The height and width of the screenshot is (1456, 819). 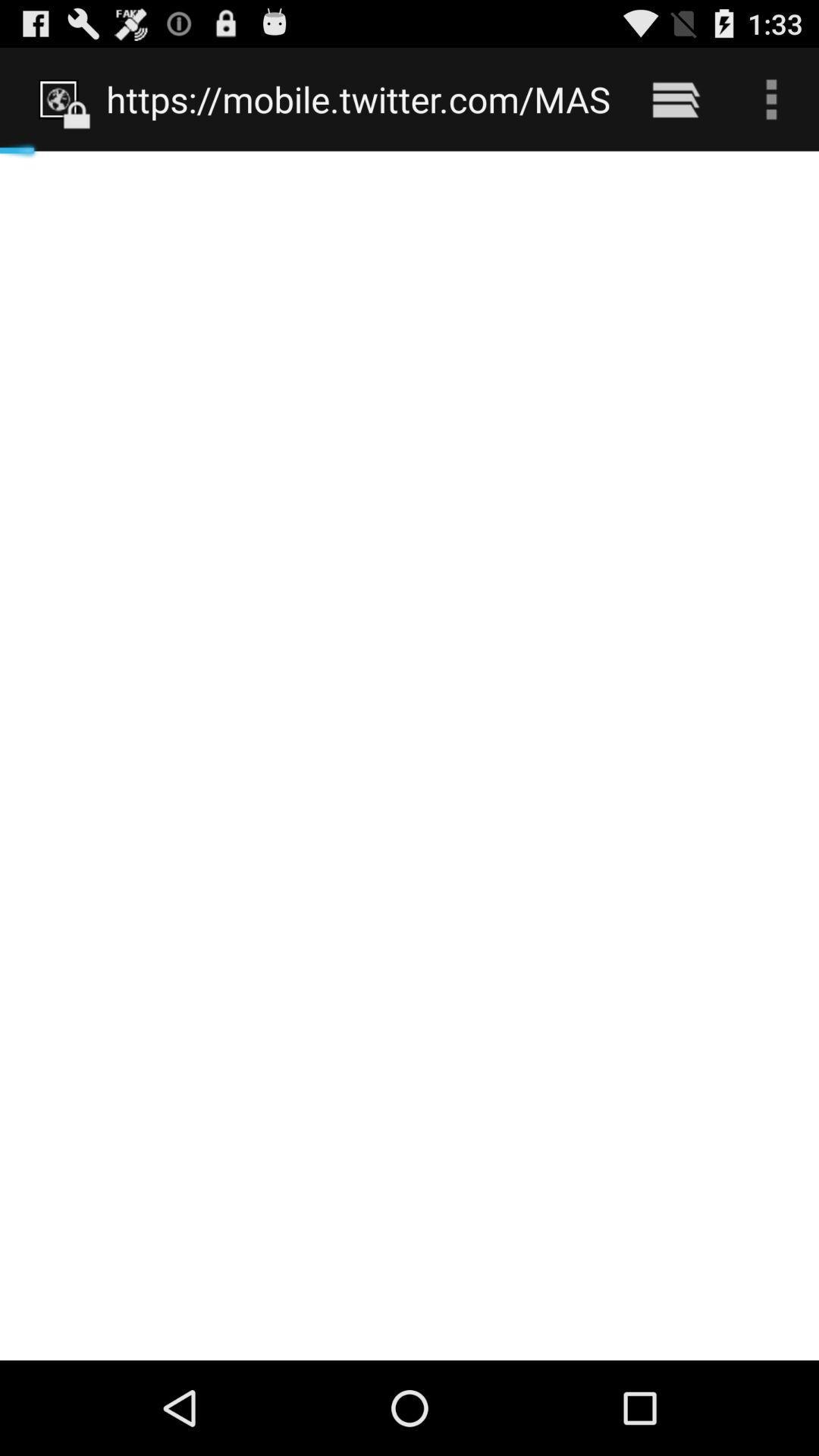 What do you see at coordinates (409, 755) in the screenshot?
I see `icon at the center` at bounding box center [409, 755].